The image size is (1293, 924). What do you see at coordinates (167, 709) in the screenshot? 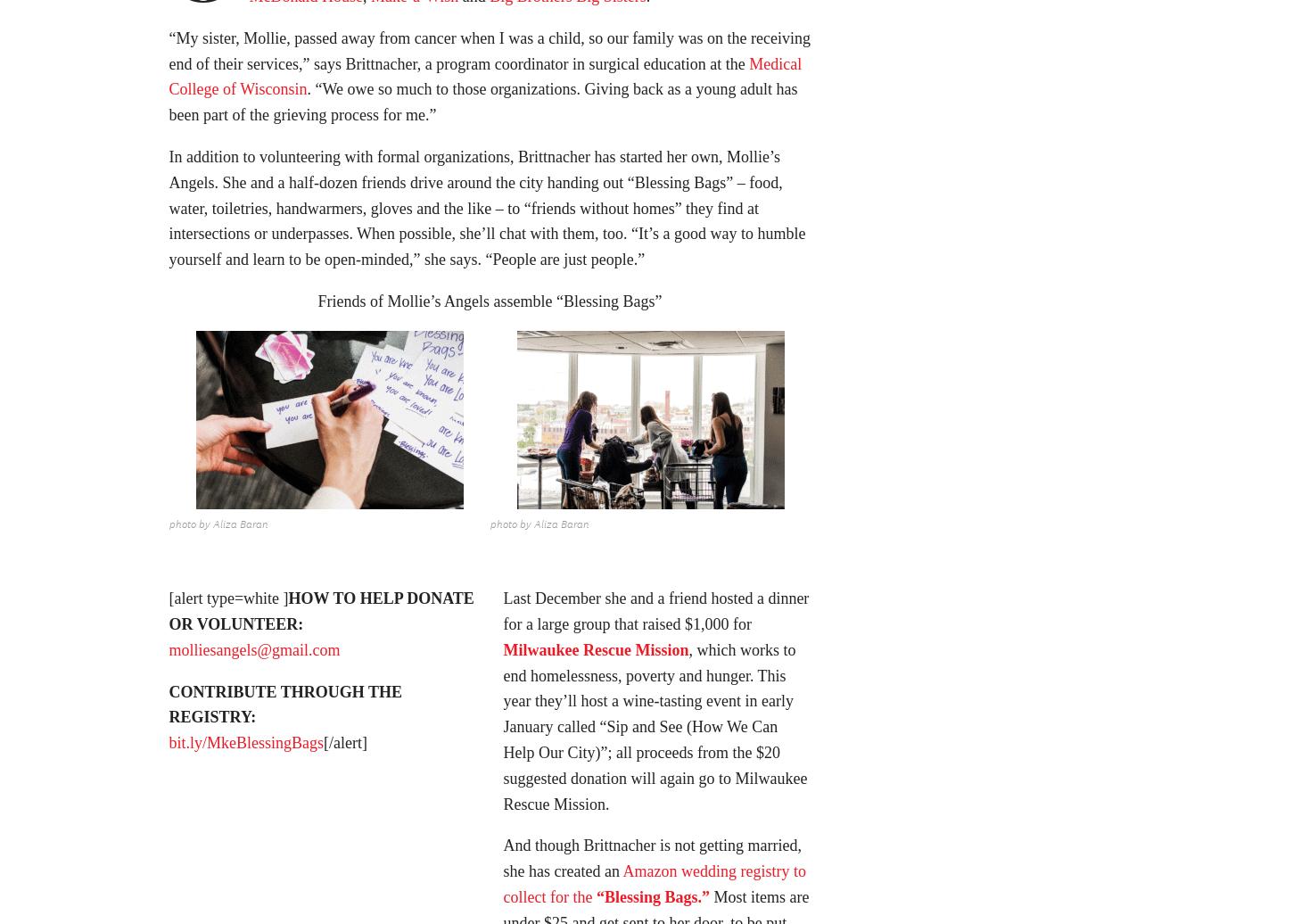
I see `'CONTRIBUTE THROUGH THE REGISTRY:'` at bounding box center [167, 709].